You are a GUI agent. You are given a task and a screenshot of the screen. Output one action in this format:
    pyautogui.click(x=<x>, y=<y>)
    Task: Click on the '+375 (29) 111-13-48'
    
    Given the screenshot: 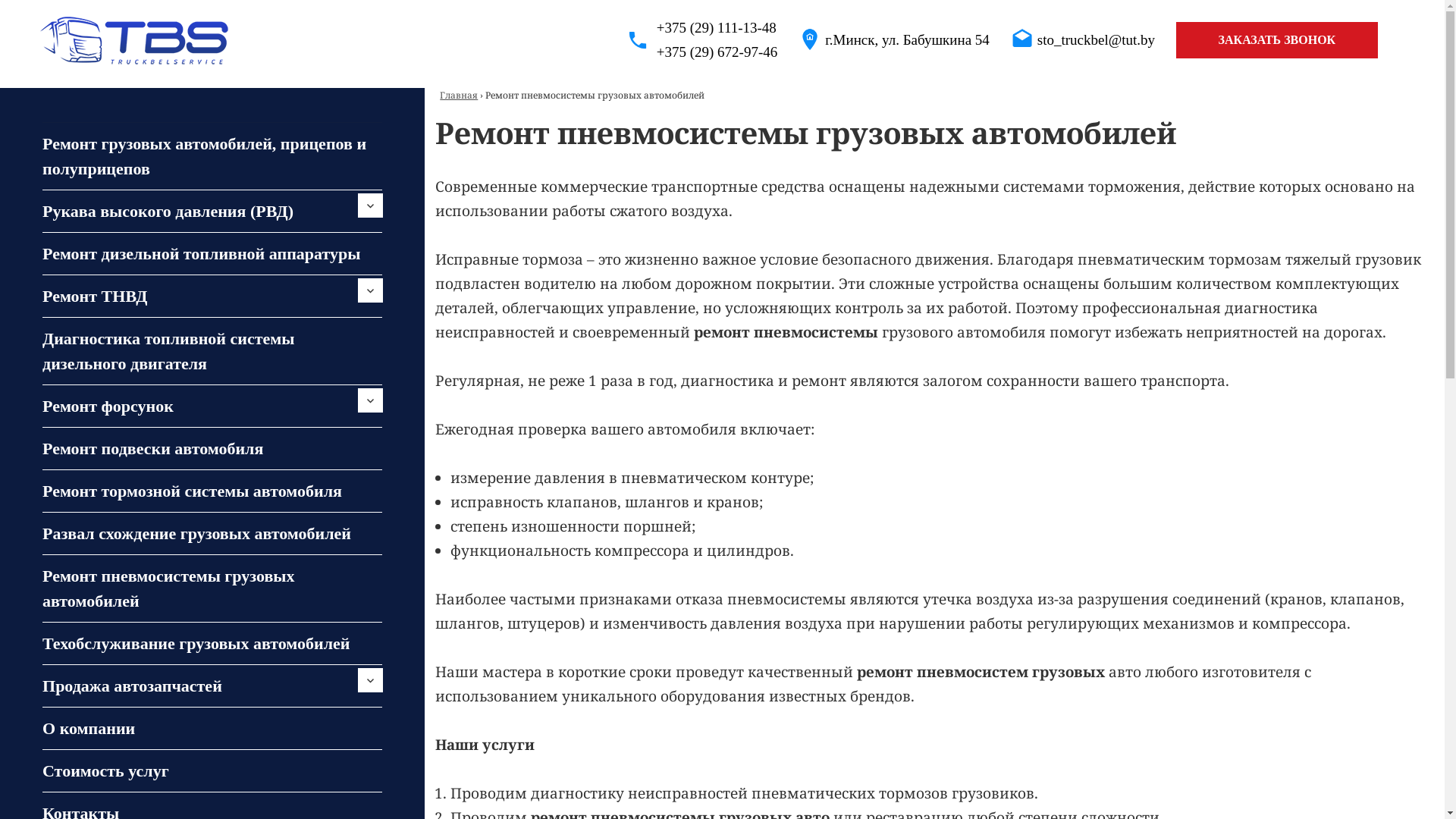 What is the action you would take?
    pyautogui.click(x=626, y=28)
    